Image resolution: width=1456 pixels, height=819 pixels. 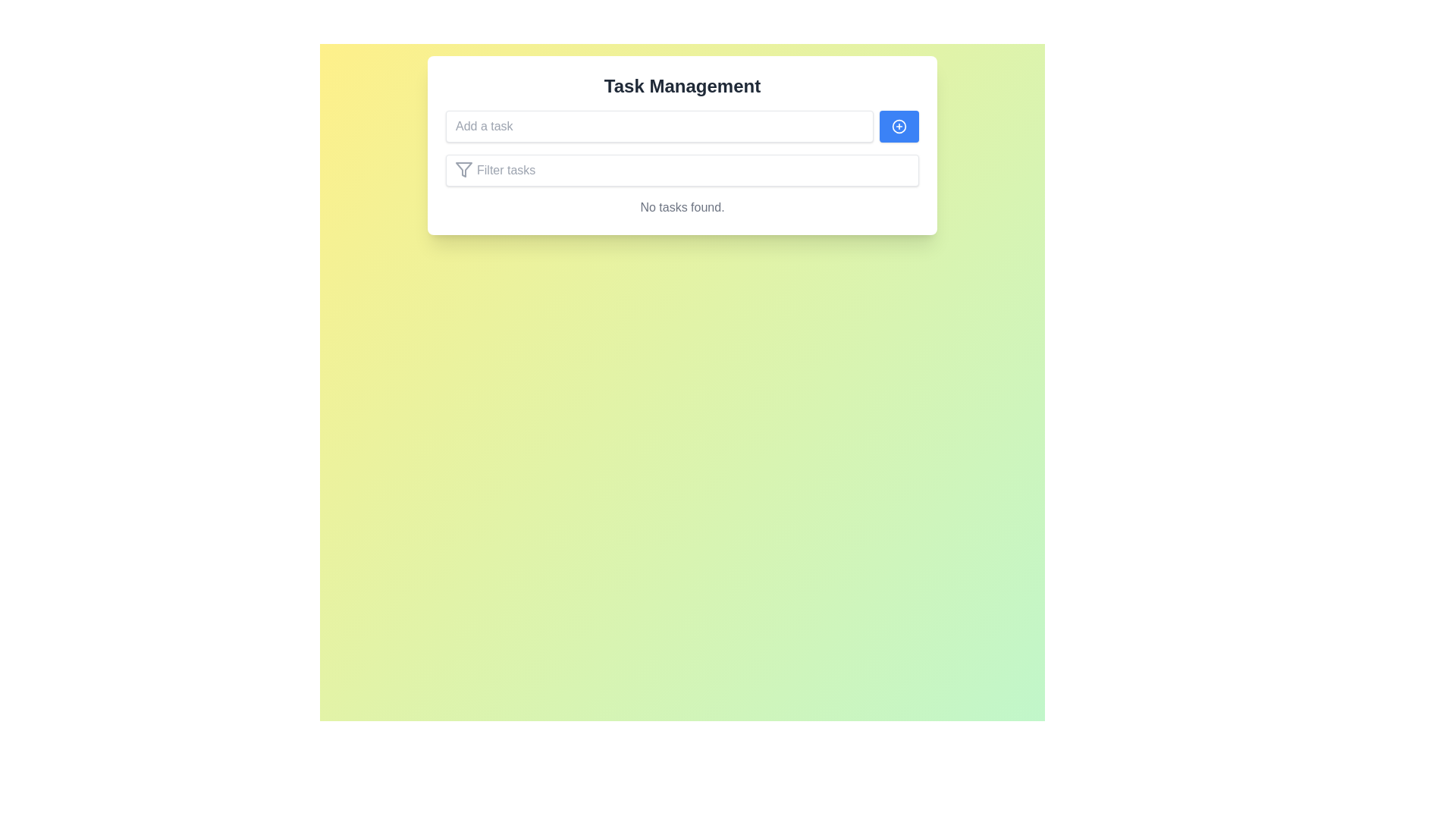 I want to click on the button with an icon, which is positioned to the right of the 'Add a task' text input field, to trigger tooltip or visual feedback, so click(x=899, y=125).